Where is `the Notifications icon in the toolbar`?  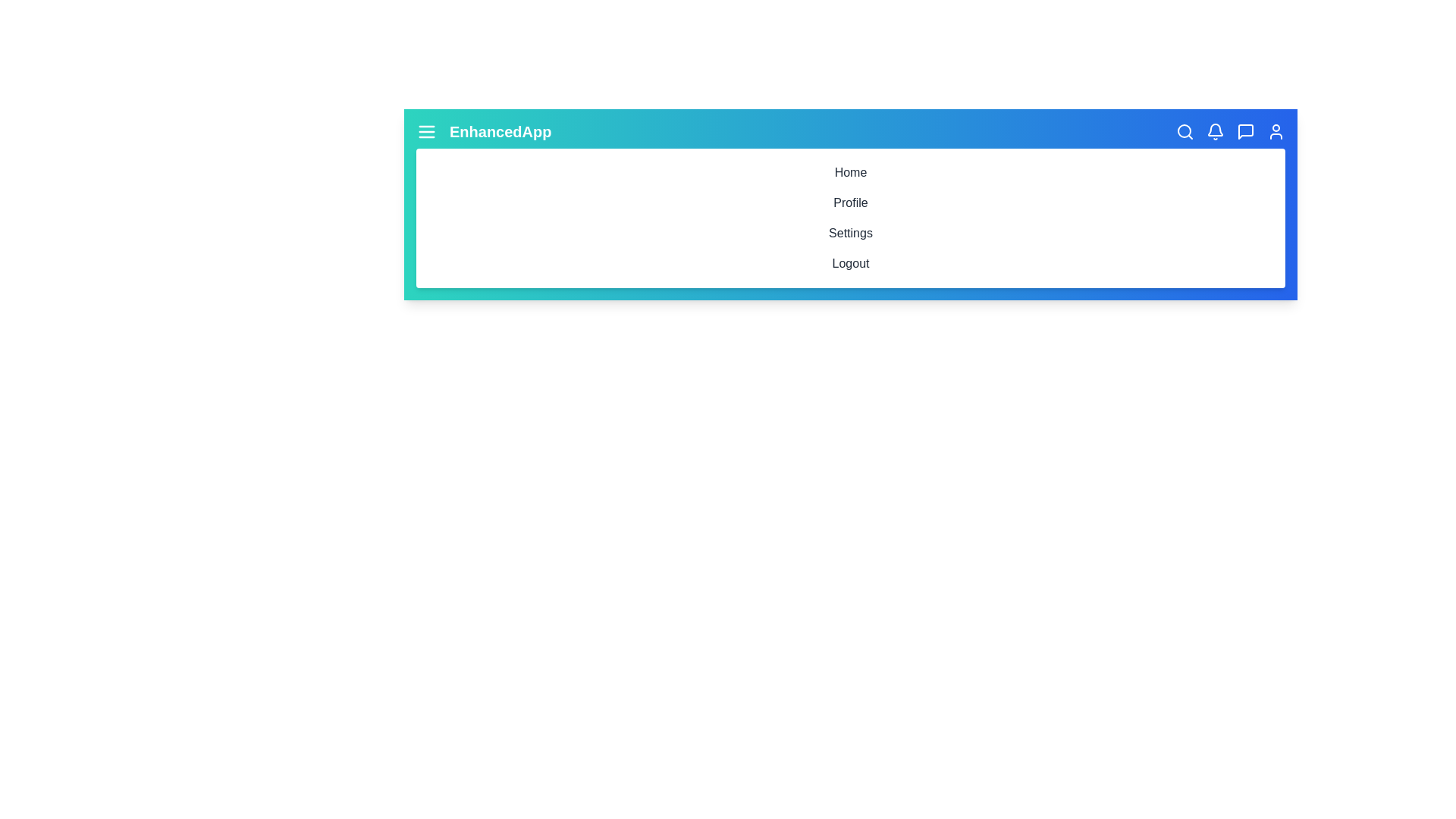
the Notifications icon in the toolbar is located at coordinates (1216, 130).